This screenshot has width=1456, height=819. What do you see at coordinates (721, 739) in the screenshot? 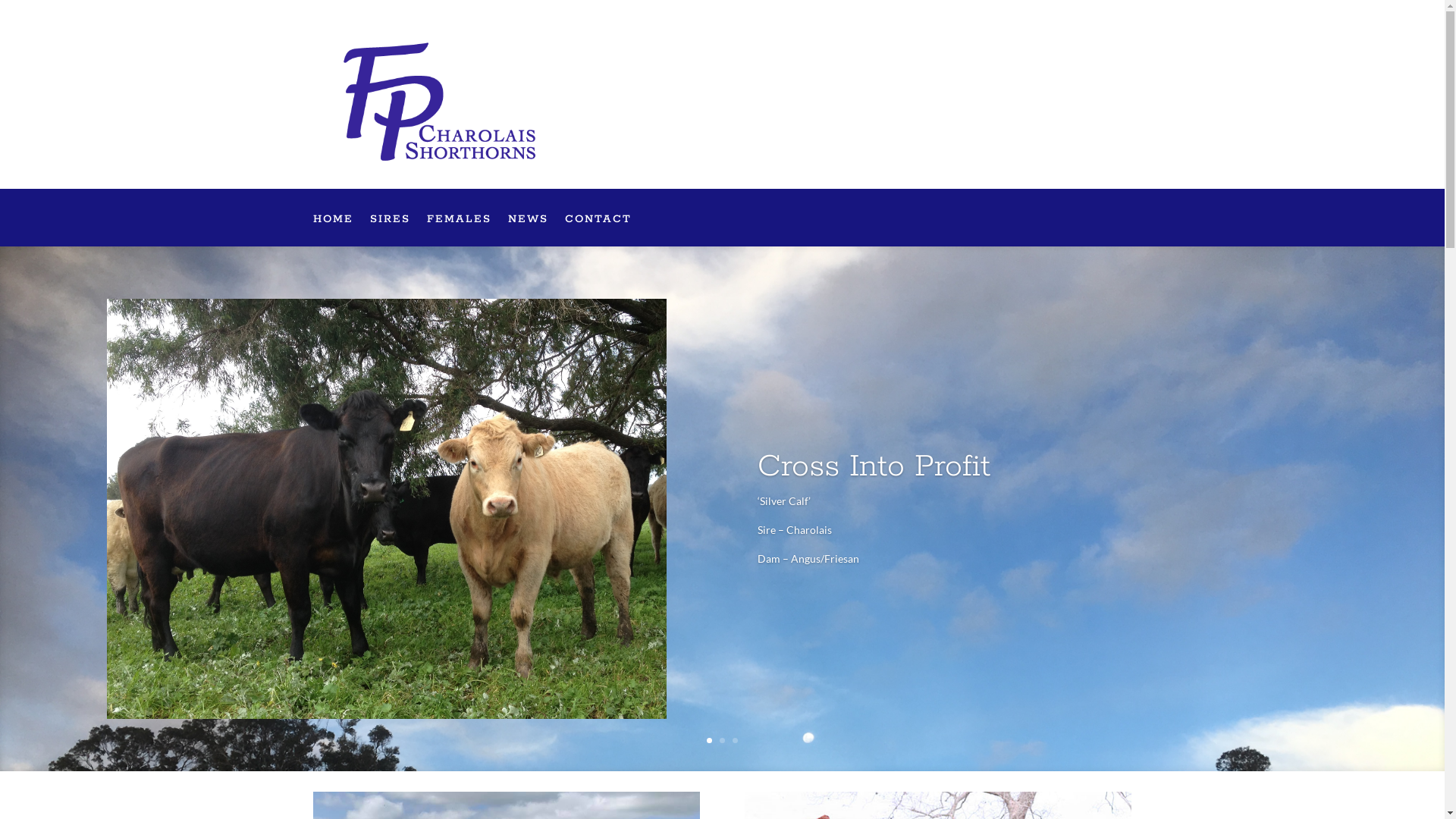
I see `'2'` at bounding box center [721, 739].